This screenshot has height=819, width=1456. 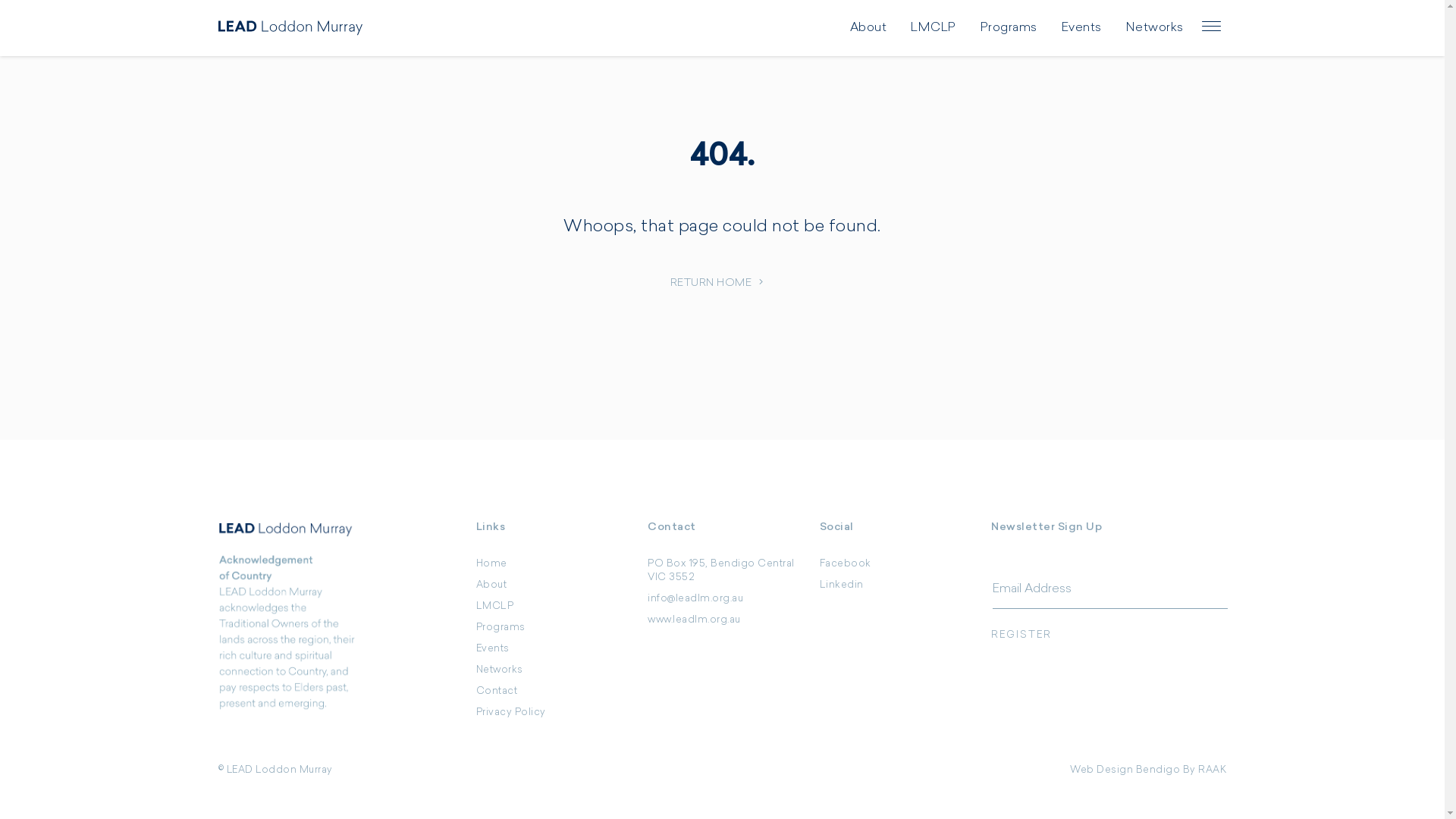 I want to click on 'Networks', so click(x=499, y=669).